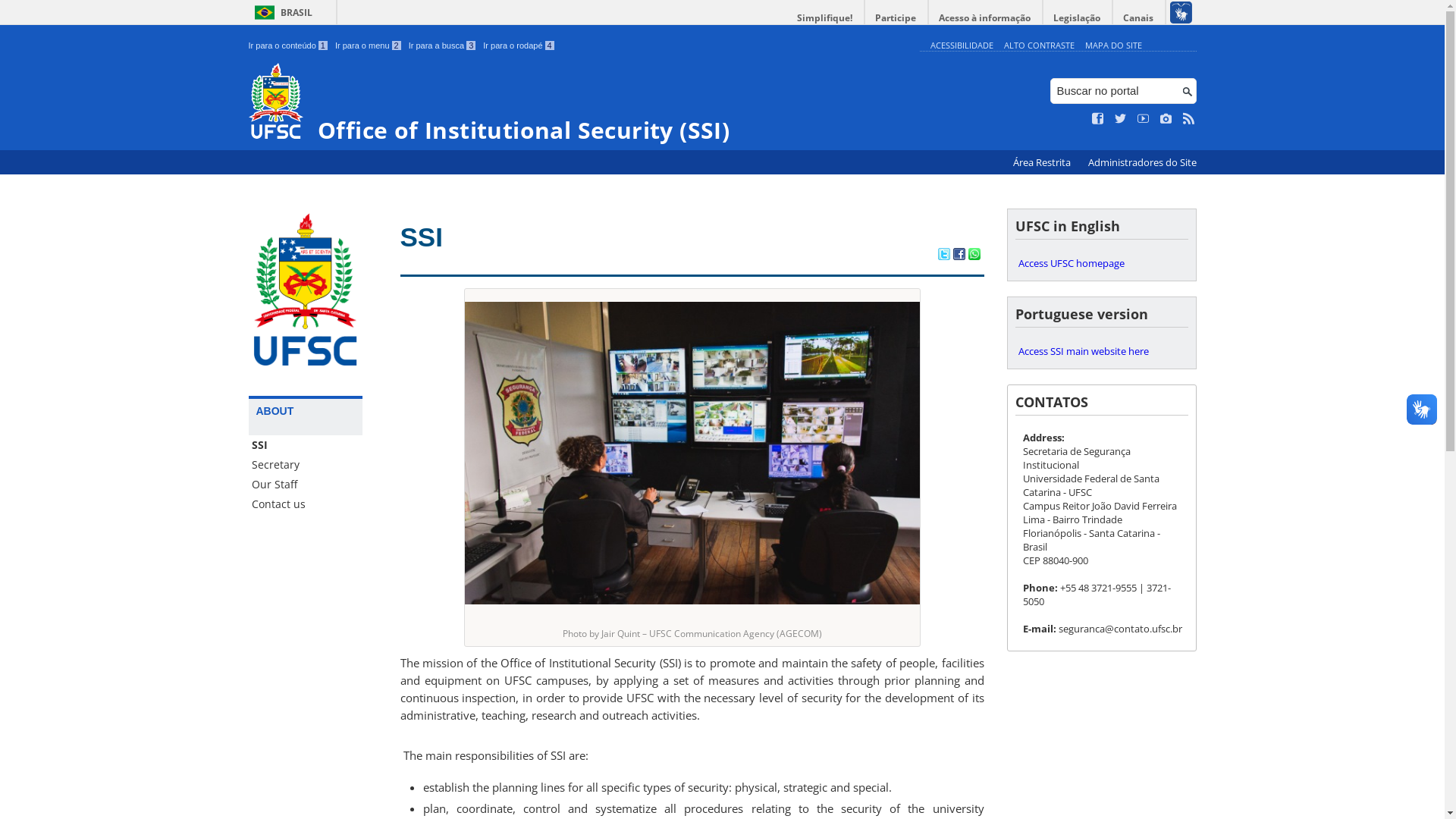 This screenshot has width=1456, height=819. I want to click on 'Access SSI main website here', so click(1101, 350).